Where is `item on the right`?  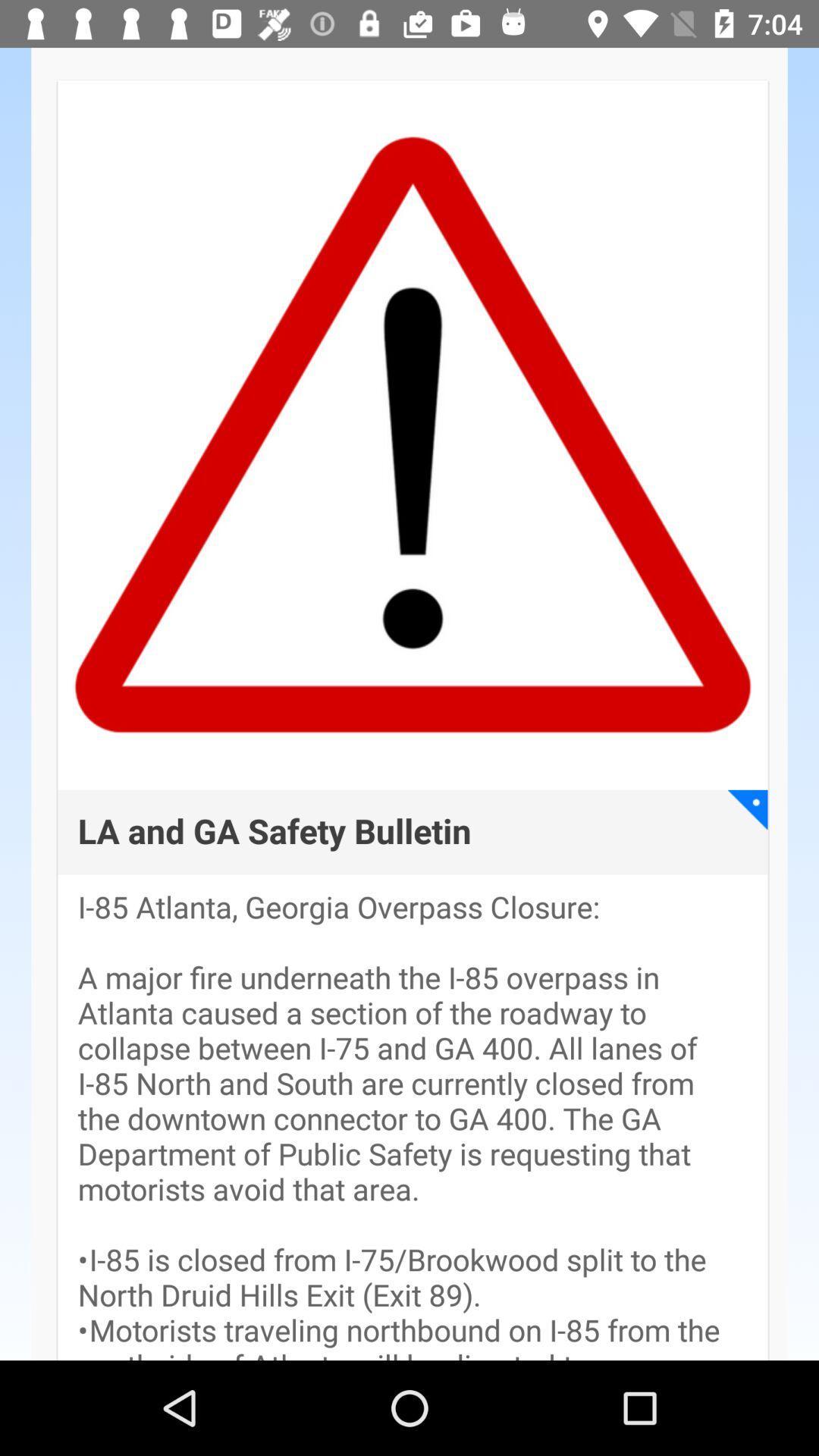 item on the right is located at coordinates (747, 808).